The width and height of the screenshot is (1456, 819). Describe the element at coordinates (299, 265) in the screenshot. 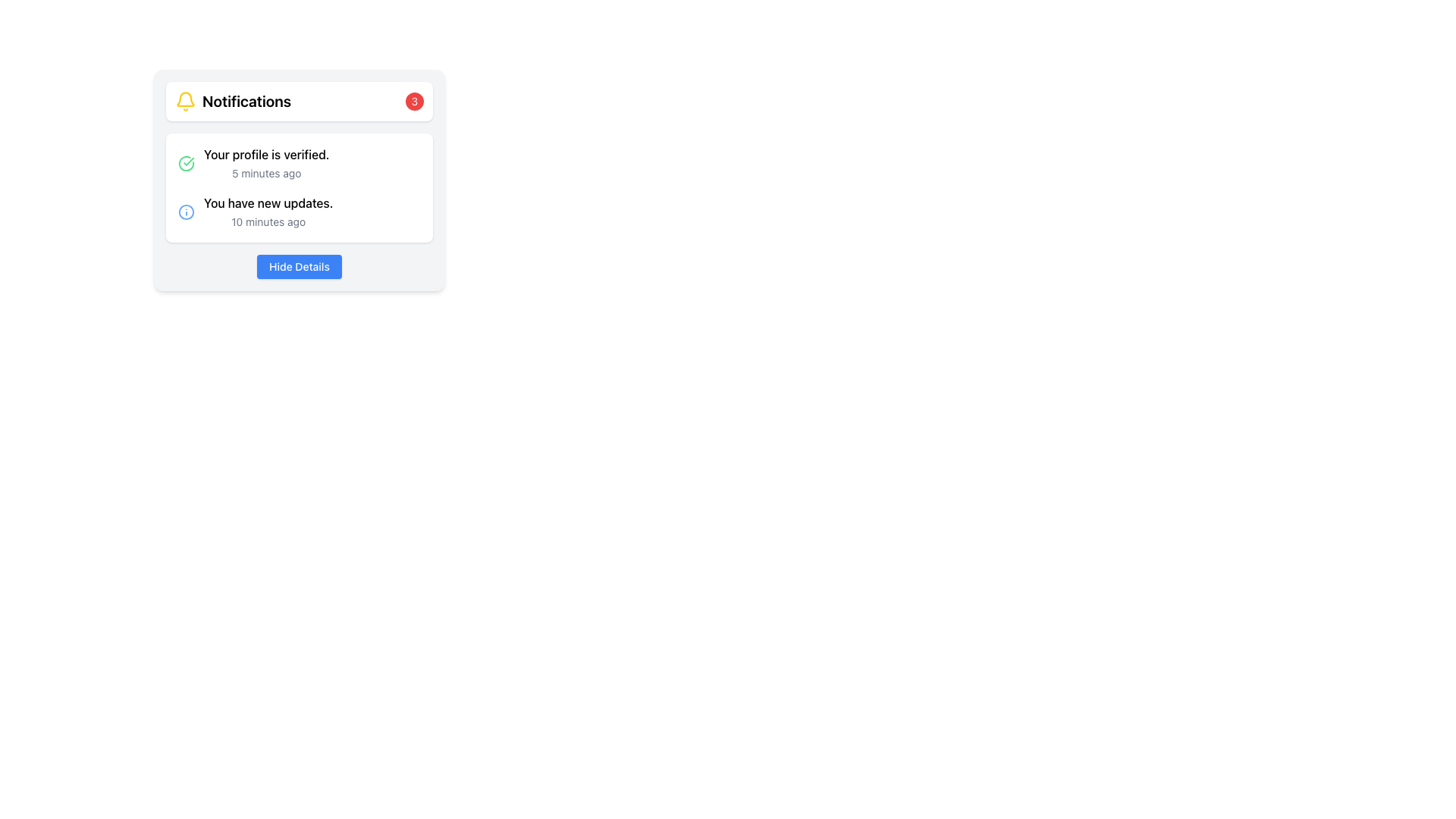

I see `the button located centrally at the bottom of the notification panel` at that location.